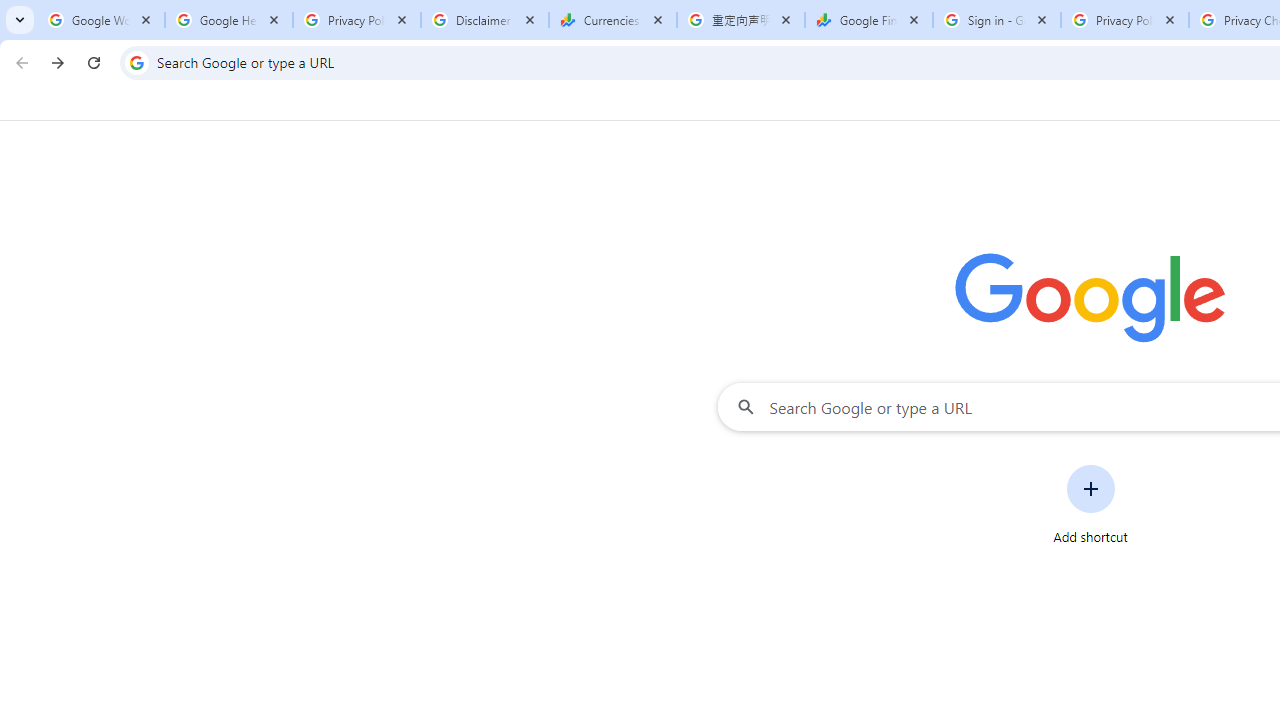 Image resolution: width=1280 pixels, height=720 pixels. Describe the element at coordinates (997, 20) in the screenshot. I see `'Sign in - Google Accounts'` at that location.